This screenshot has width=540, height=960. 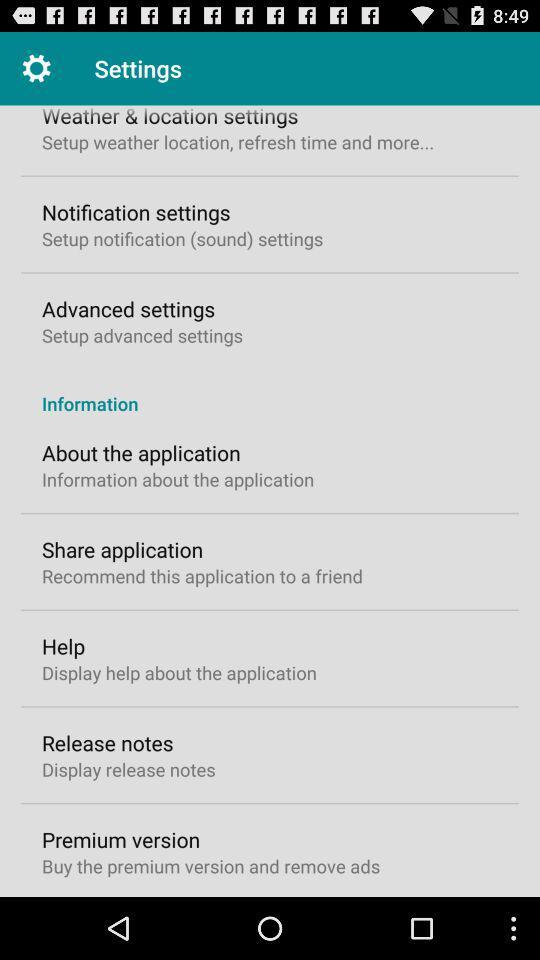 What do you see at coordinates (202, 576) in the screenshot?
I see `the item below the share application item` at bounding box center [202, 576].